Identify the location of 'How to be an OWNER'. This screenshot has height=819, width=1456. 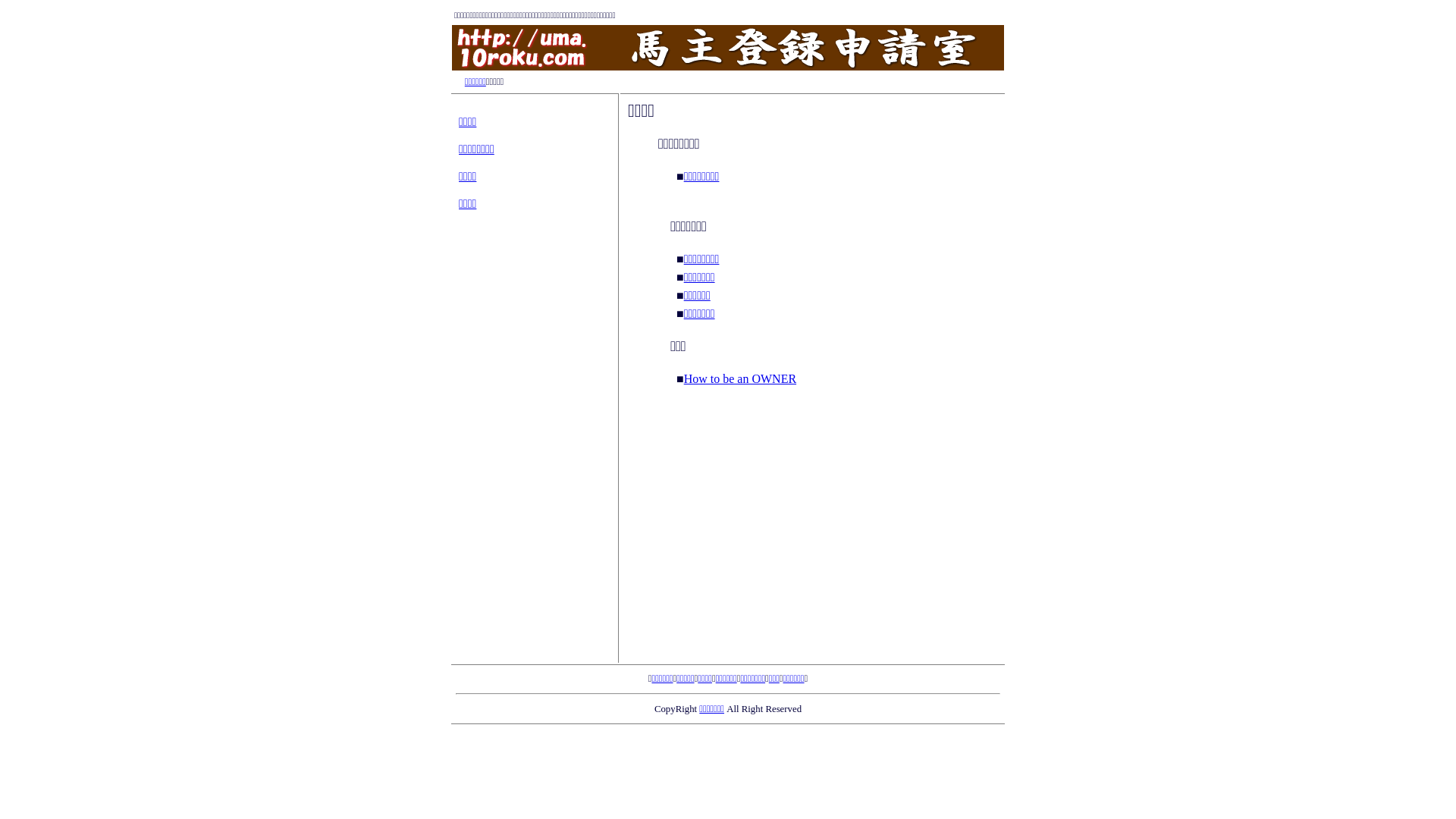
(683, 377).